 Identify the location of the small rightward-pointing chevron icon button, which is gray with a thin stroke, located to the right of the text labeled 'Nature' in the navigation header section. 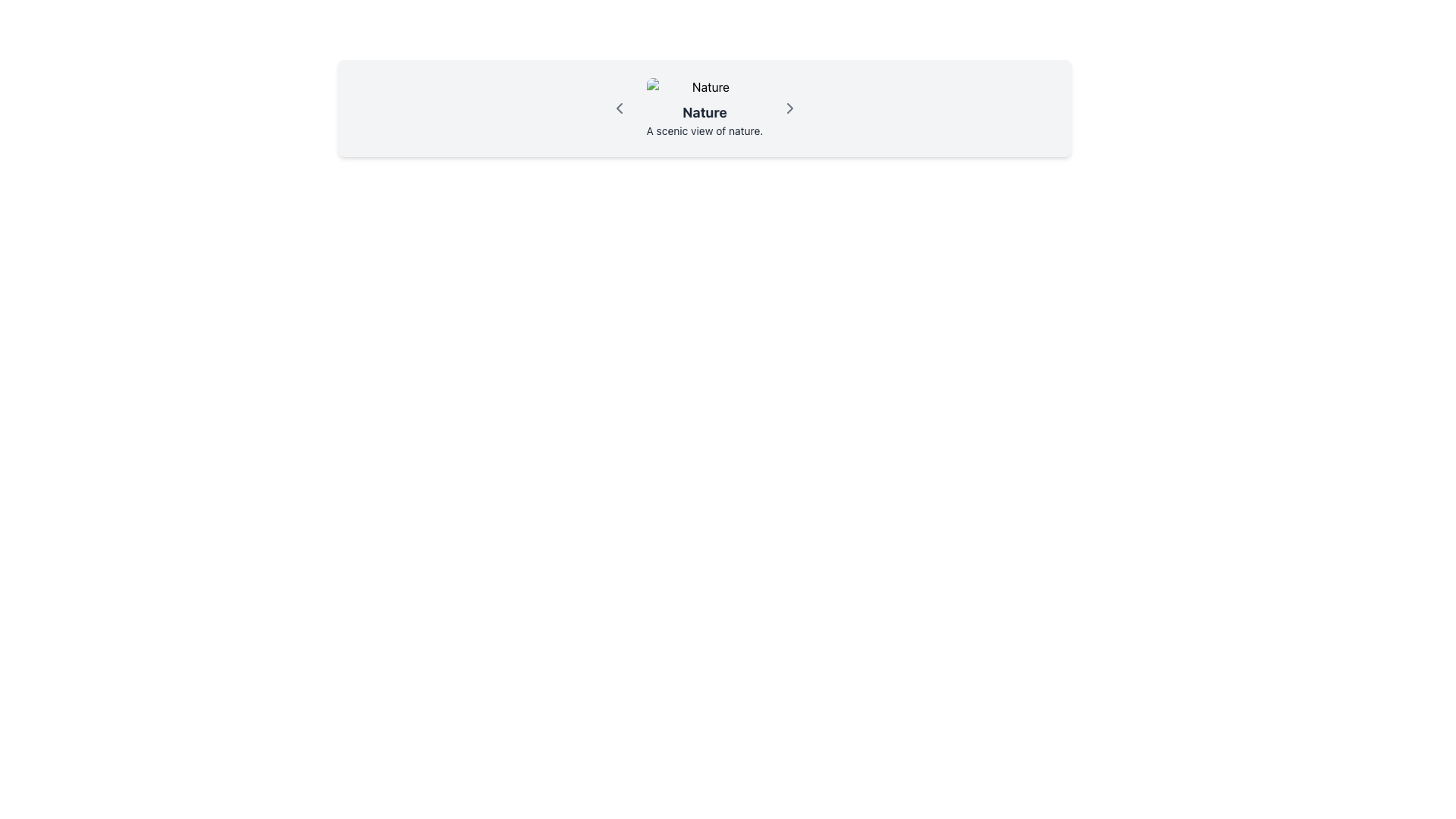
(789, 107).